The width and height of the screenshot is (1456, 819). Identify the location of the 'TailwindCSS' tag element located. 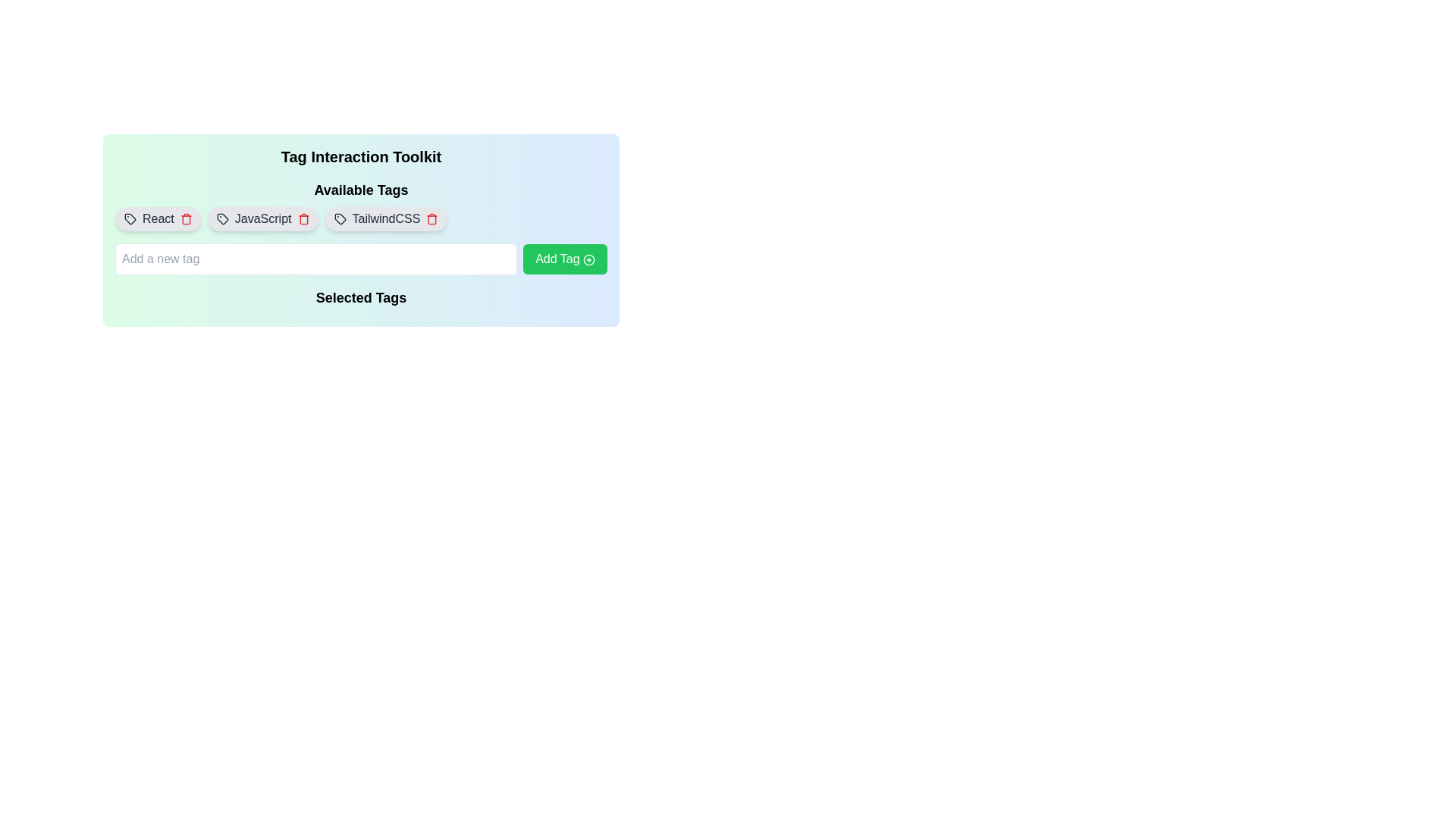
(386, 219).